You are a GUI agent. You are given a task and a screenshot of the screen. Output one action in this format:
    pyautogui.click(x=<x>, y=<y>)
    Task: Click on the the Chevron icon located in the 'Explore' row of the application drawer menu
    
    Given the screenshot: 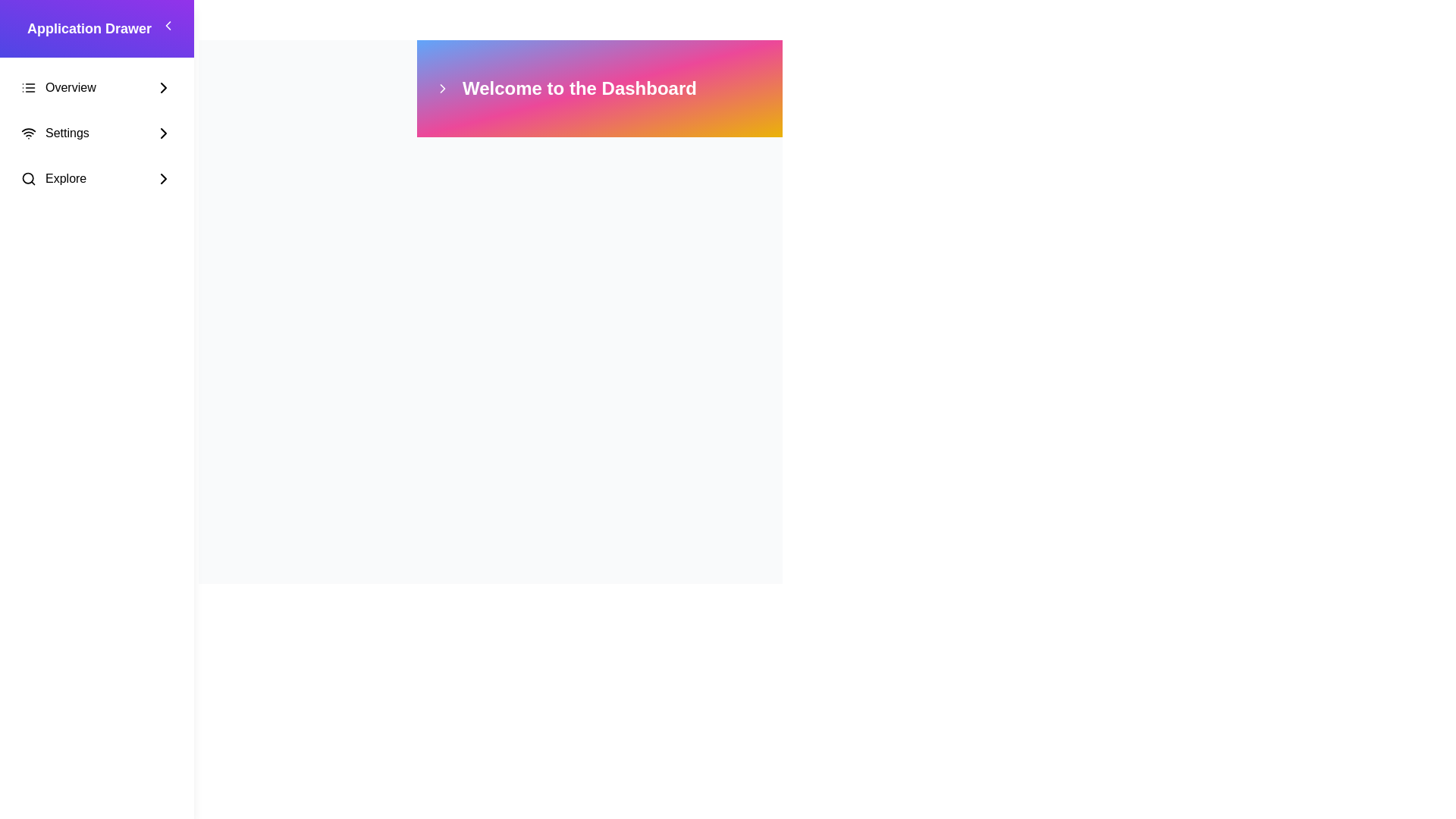 What is the action you would take?
    pyautogui.click(x=164, y=177)
    